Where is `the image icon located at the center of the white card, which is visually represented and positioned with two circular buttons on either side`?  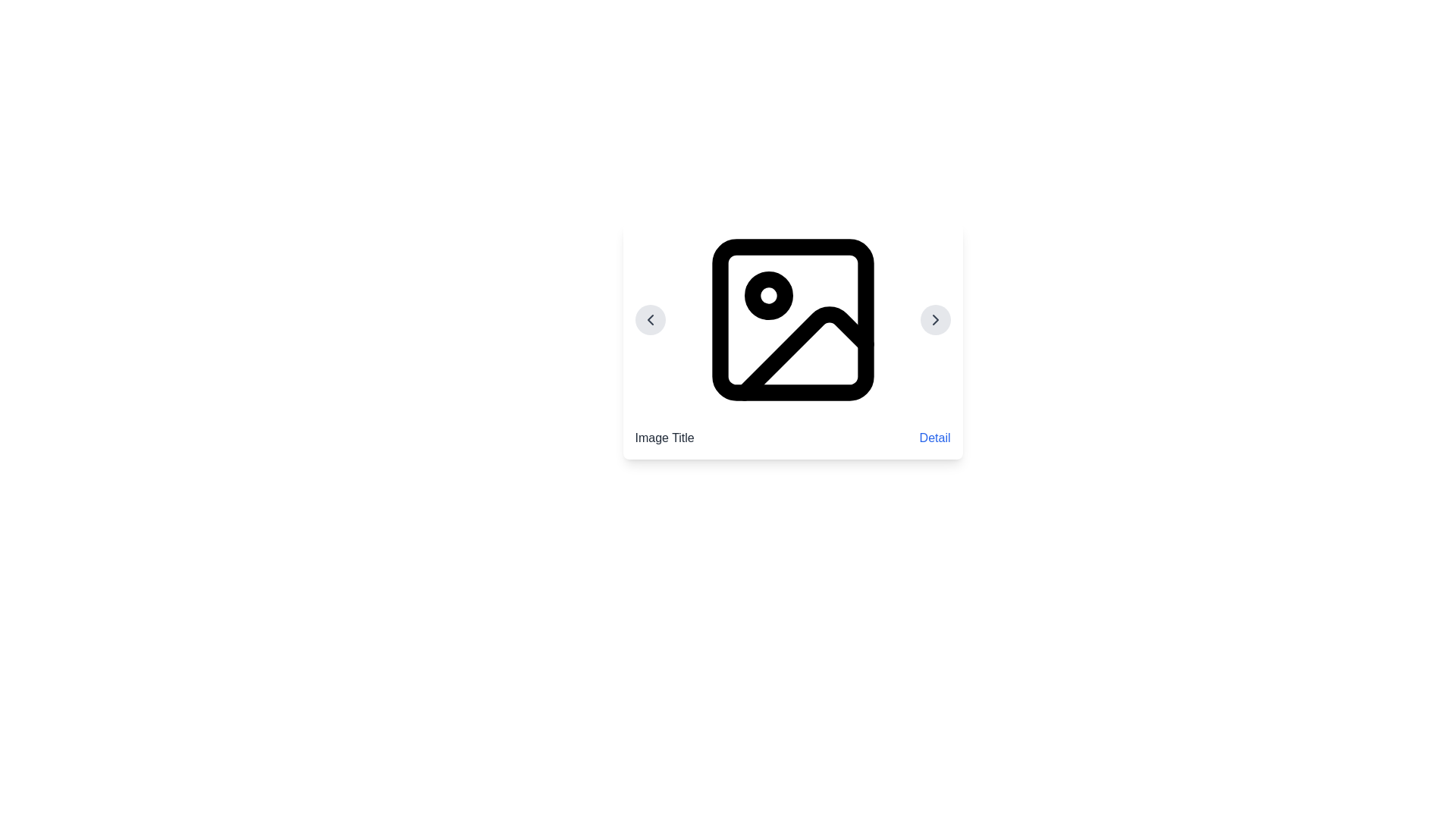 the image icon located at the center of the white card, which is visually represented and positioned with two circular buttons on either side is located at coordinates (792, 318).